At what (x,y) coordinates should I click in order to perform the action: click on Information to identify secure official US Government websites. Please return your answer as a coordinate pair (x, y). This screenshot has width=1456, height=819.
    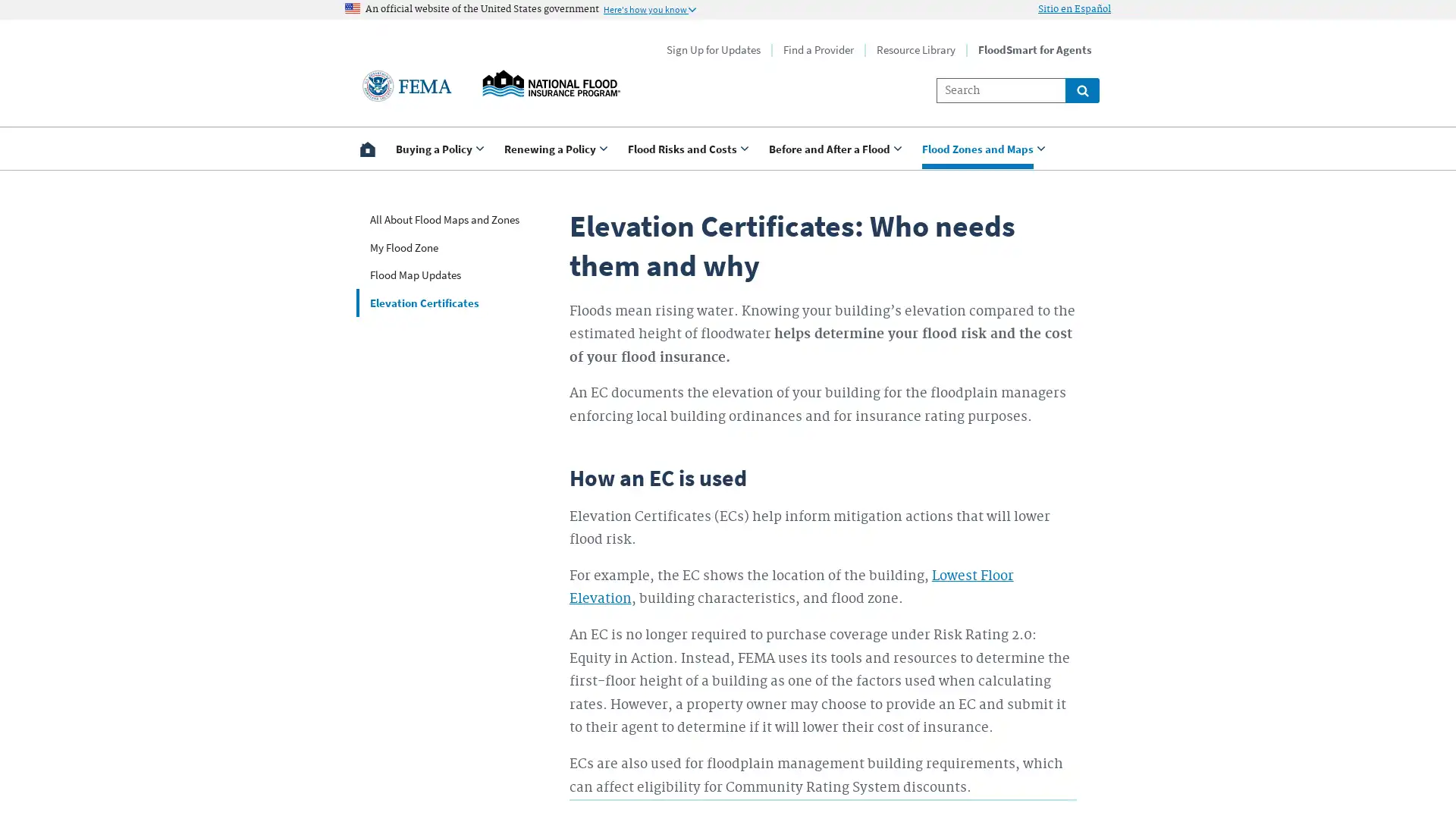
    Looking at the image, I should click on (650, 8).